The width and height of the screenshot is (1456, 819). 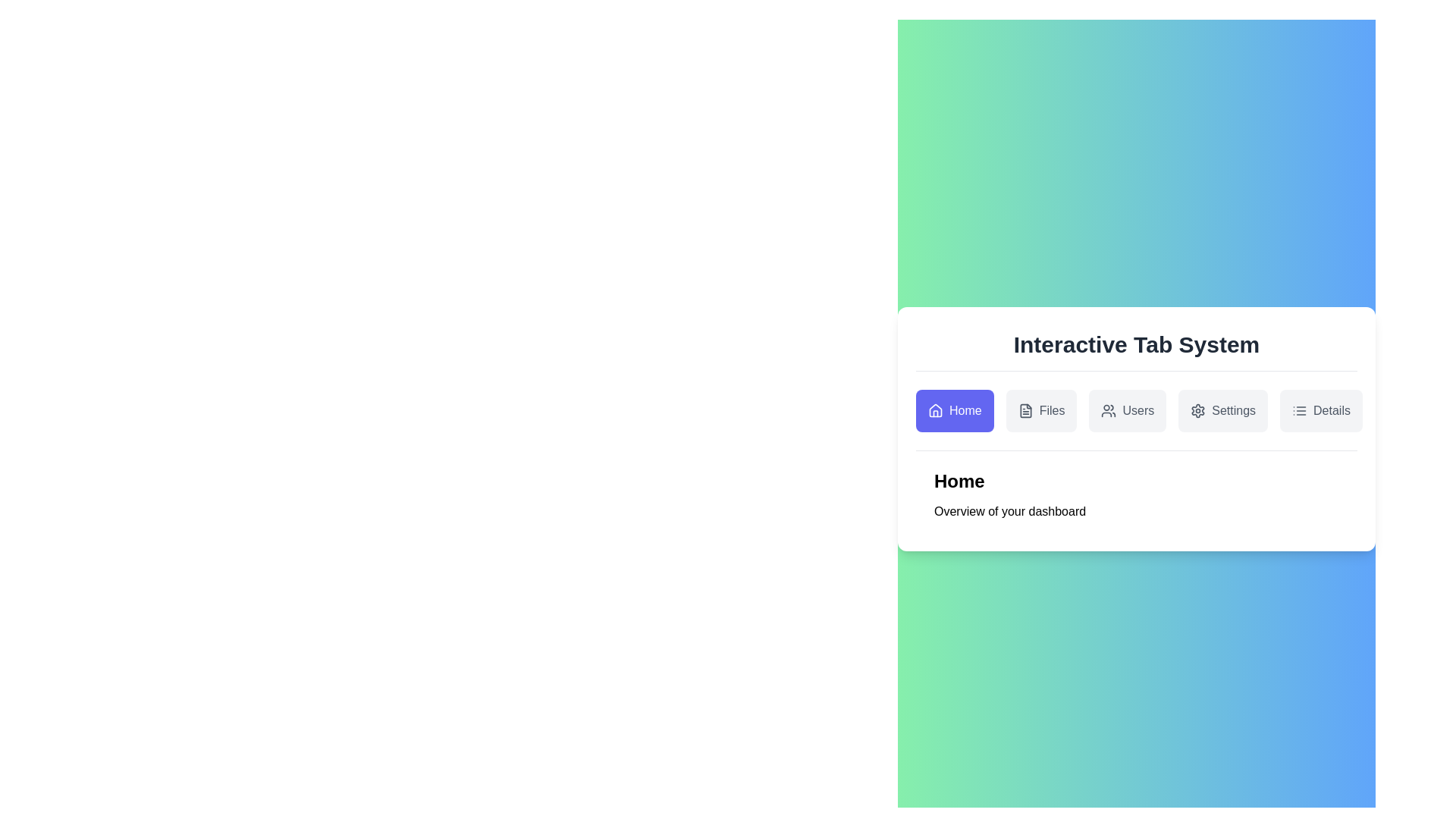 I want to click on the 'Home' icon located within the purple-highlighted navigation button at the top-left of the tab bar, so click(x=934, y=411).